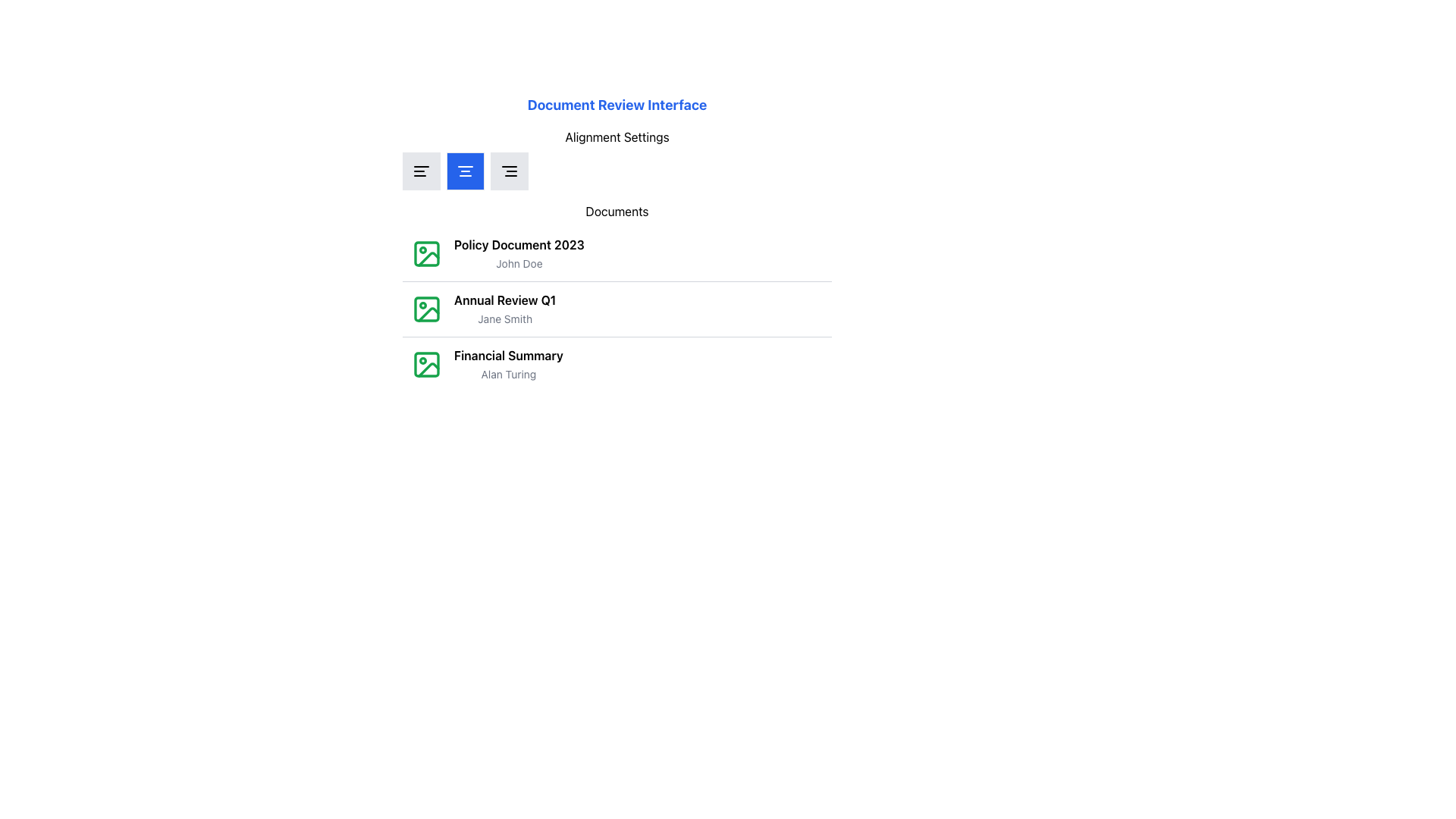  I want to click on the list entry for 'Policy Document 2023', so click(617, 253).